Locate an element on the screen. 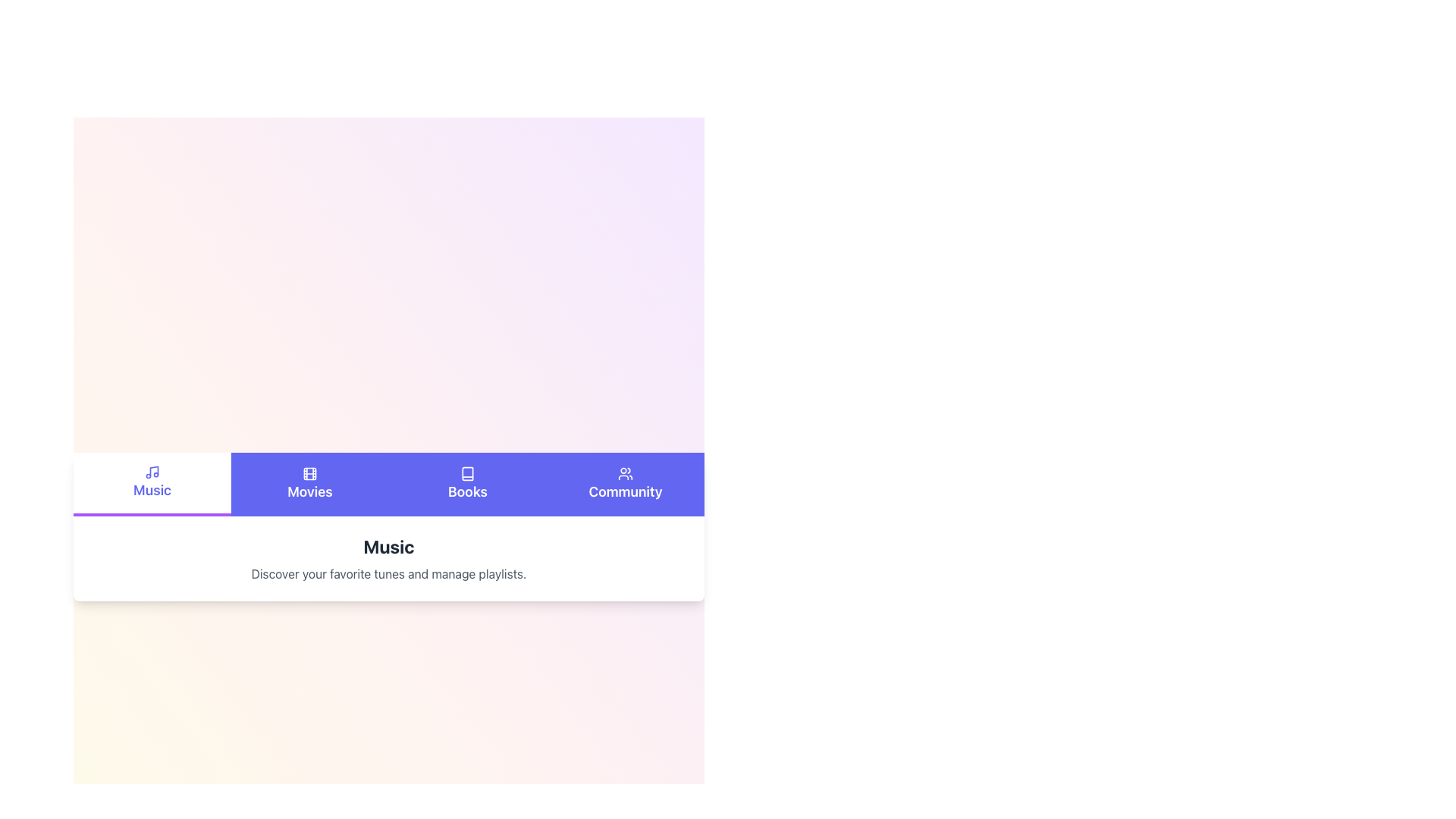 Image resolution: width=1456 pixels, height=819 pixels. the button that navigates to the books section, which is the third button in a row of four buttons, located between 'Movies' and 'Community' is located at coordinates (467, 485).